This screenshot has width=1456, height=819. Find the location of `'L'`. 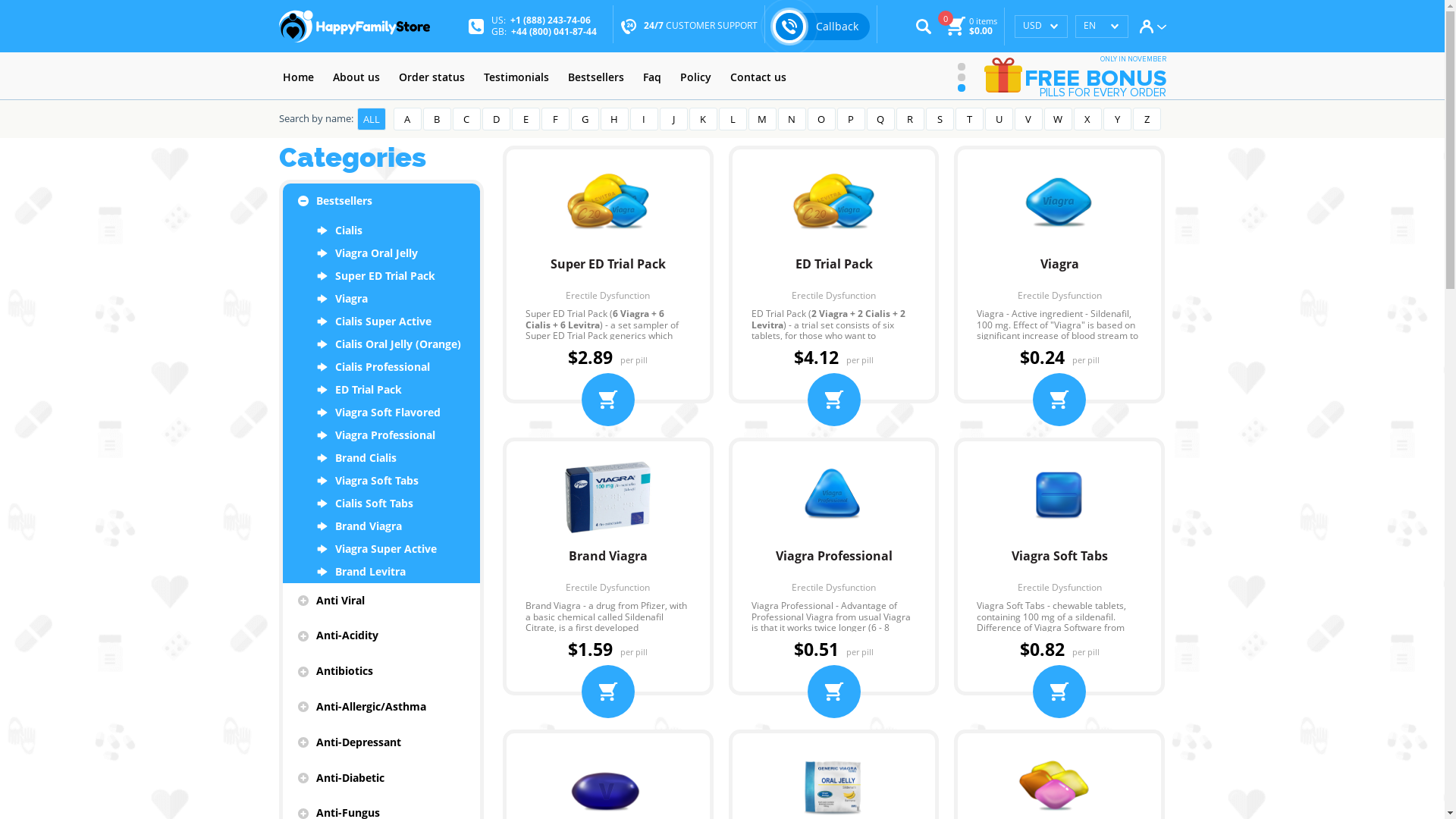

'L' is located at coordinates (733, 118).